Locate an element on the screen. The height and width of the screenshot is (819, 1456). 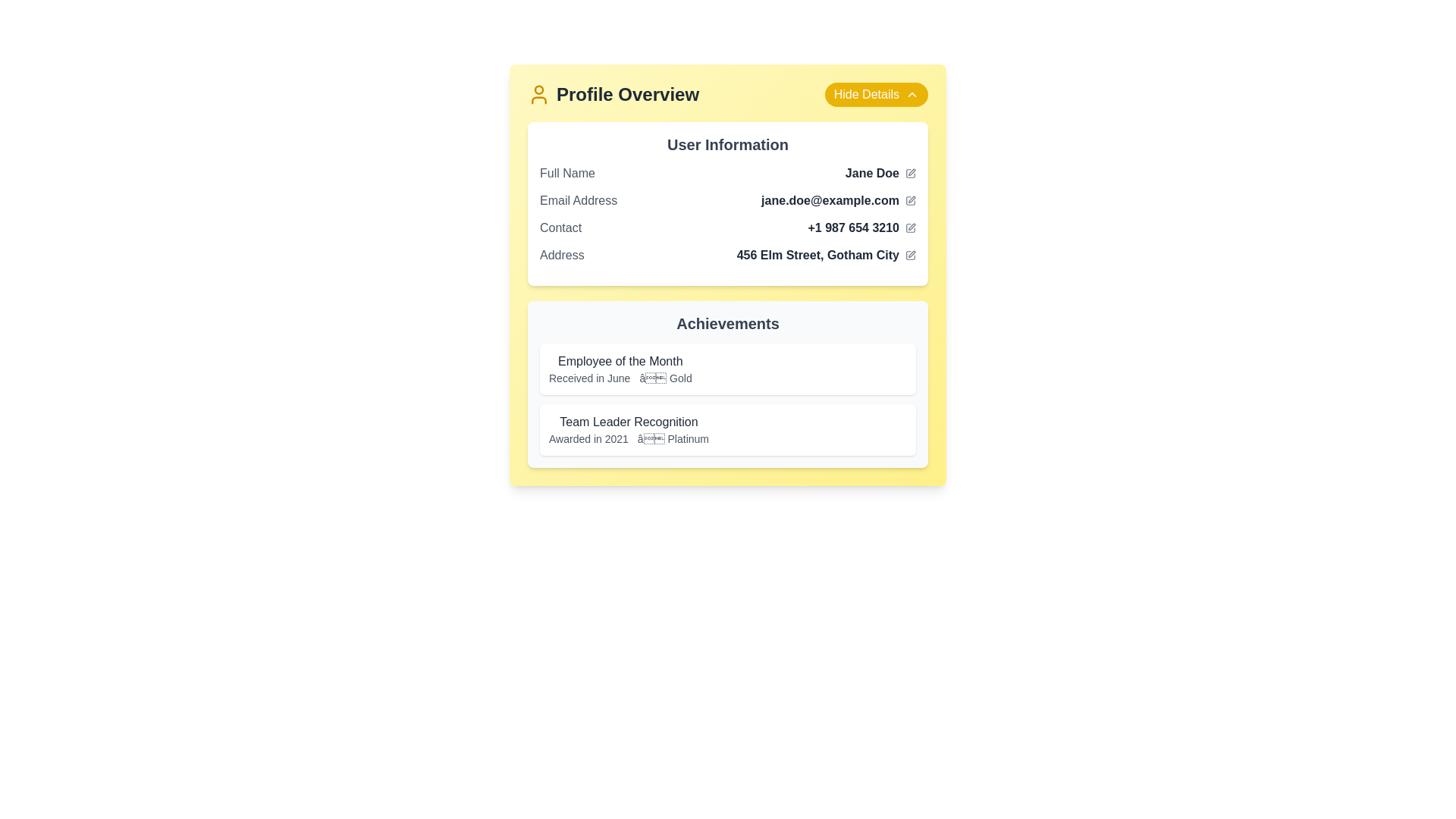
the text display element containing 'Jane Doe', which is bold and dark gray, located under the 'User Information' section following the 'Full Name' label is located at coordinates (880, 172).